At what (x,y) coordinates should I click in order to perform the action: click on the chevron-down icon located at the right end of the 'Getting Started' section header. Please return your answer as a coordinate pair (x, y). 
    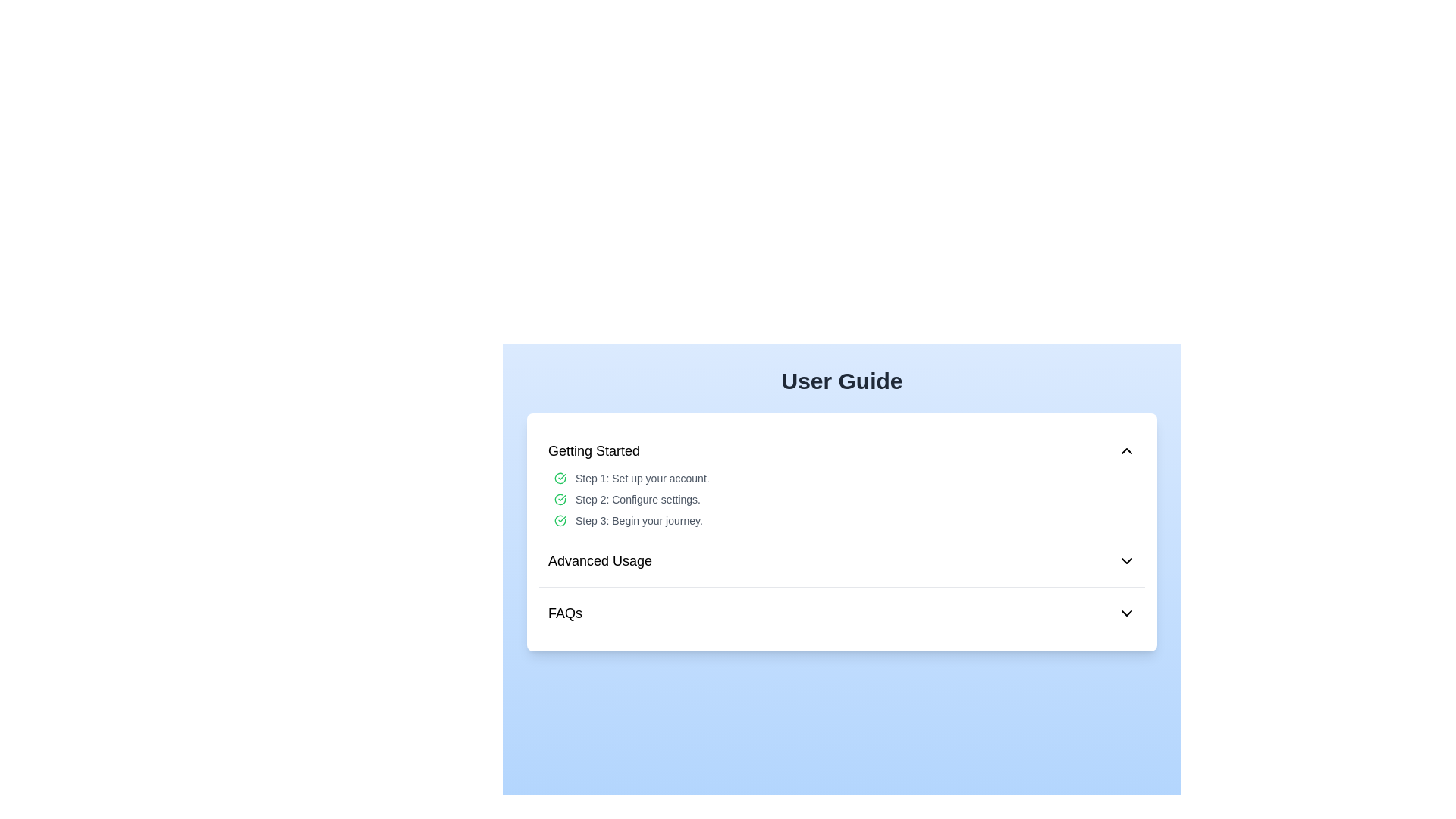
    Looking at the image, I should click on (1127, 450).